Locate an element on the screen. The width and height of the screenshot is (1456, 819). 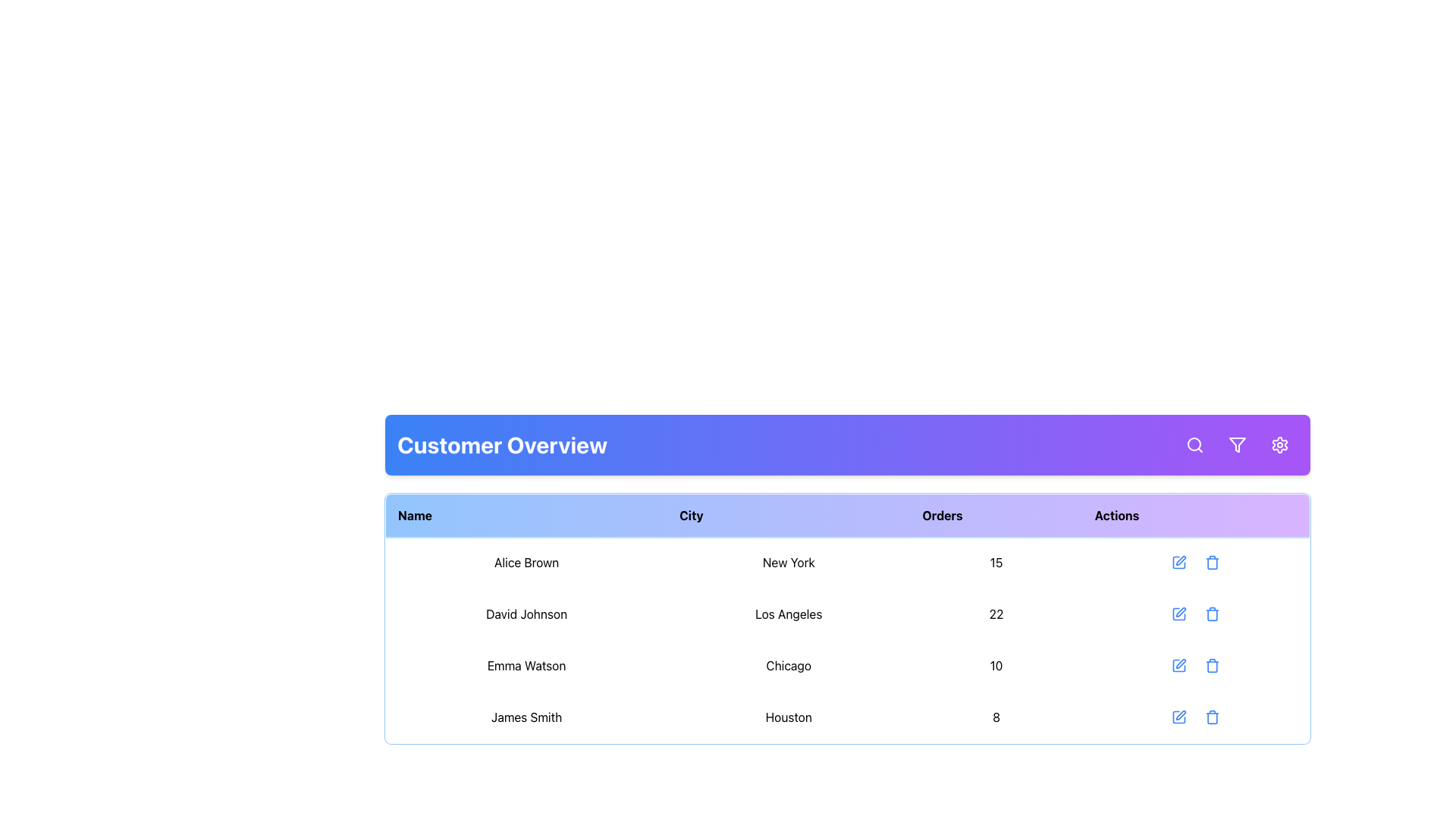
text displayed as '10' in bold, located in the third row of the table under the 'Orders' column, aligned with 'Chicago' is located at coordinates (996, 665).